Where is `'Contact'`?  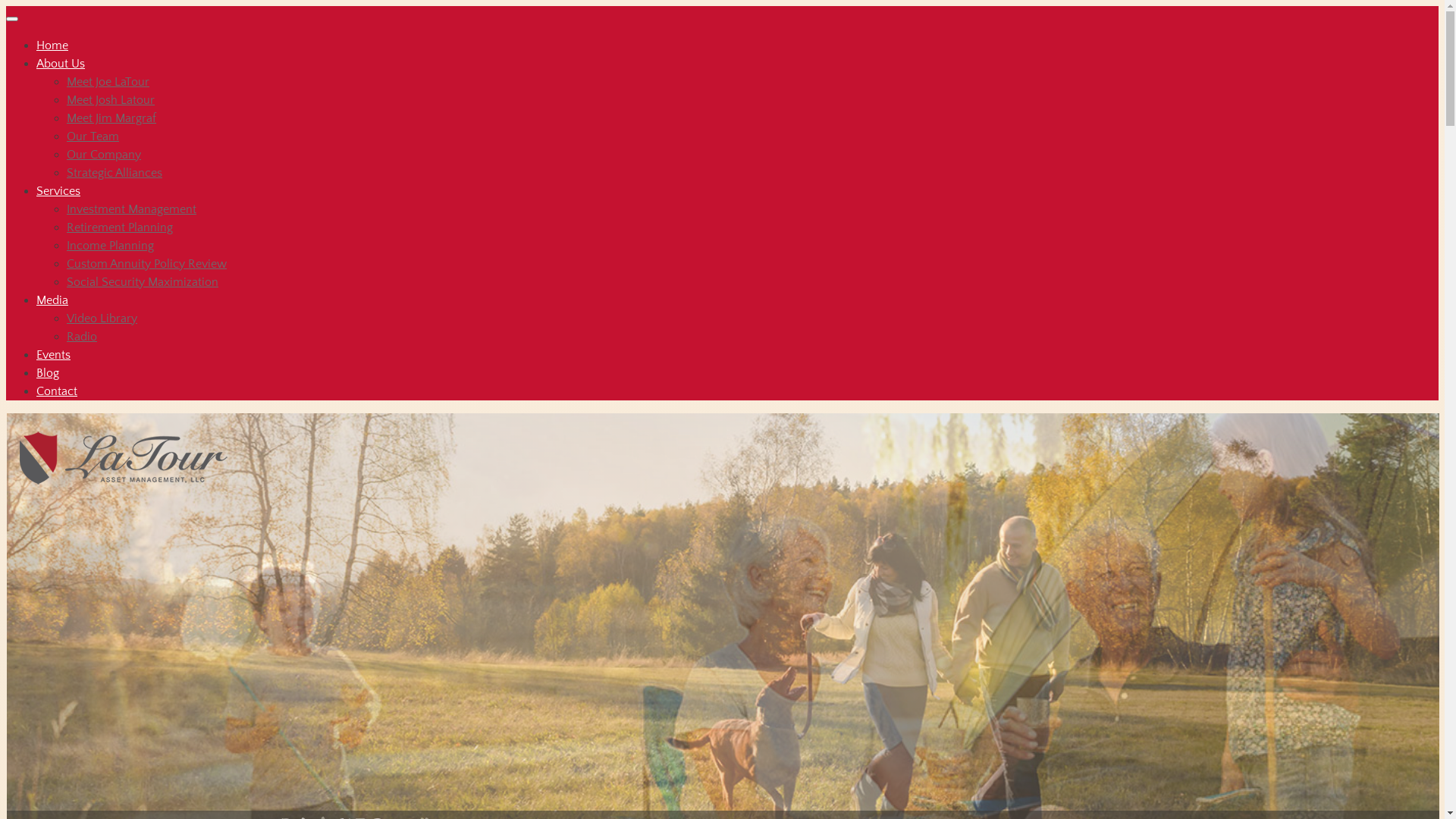
'Contact' is located at coordinates (57, 391).